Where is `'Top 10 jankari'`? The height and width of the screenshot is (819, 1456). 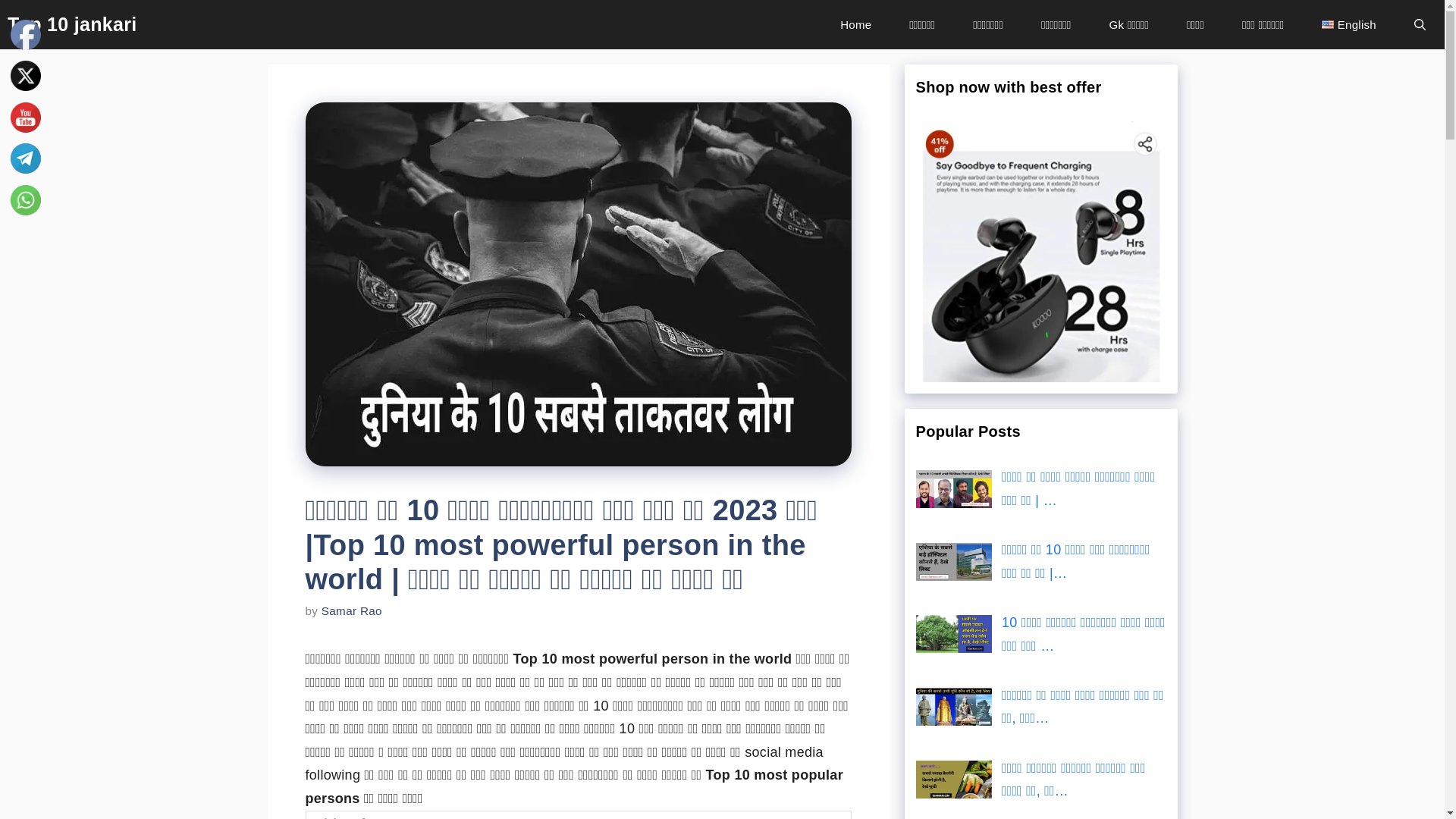 'Top 10 jankari' is located at coordinates (71, 24).